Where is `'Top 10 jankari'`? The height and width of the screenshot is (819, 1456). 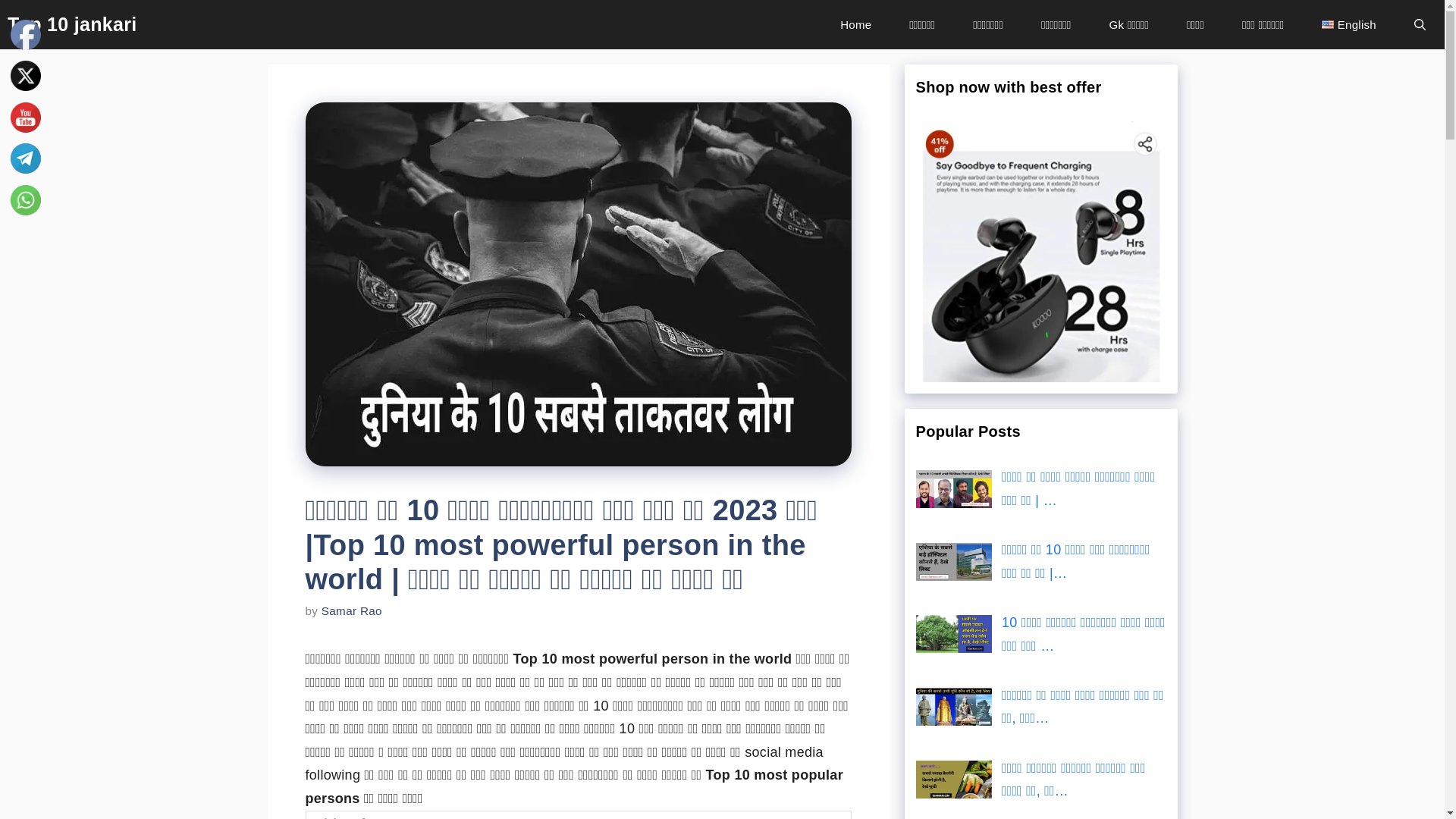 'Top 10 jankari' is located at coordinates (71, 24).